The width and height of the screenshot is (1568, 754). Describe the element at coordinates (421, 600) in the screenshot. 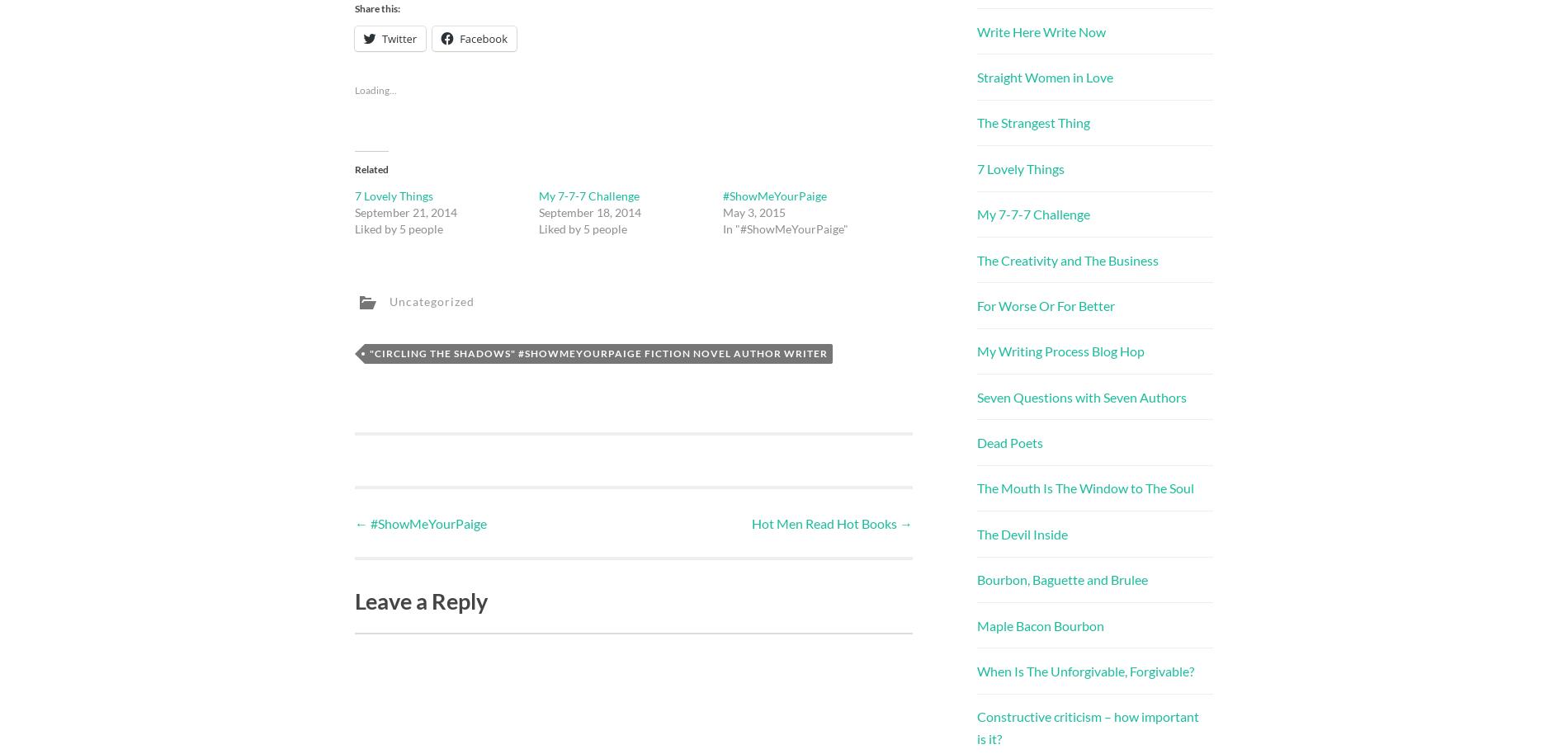

I see `'Leave a Reply'` at that location.